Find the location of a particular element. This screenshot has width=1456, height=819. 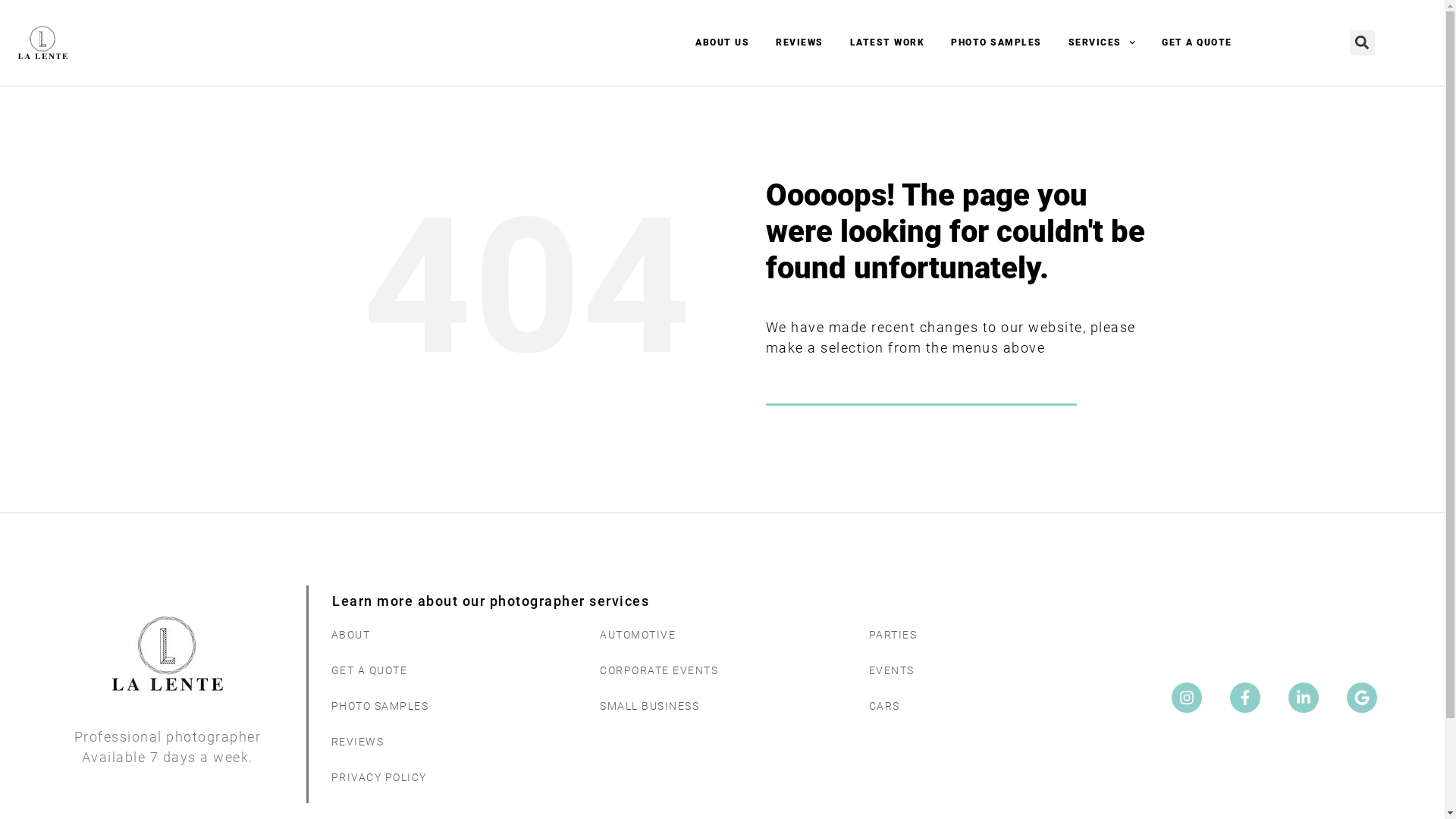

'LATEST WORK' is located at coordinates (887, 42).